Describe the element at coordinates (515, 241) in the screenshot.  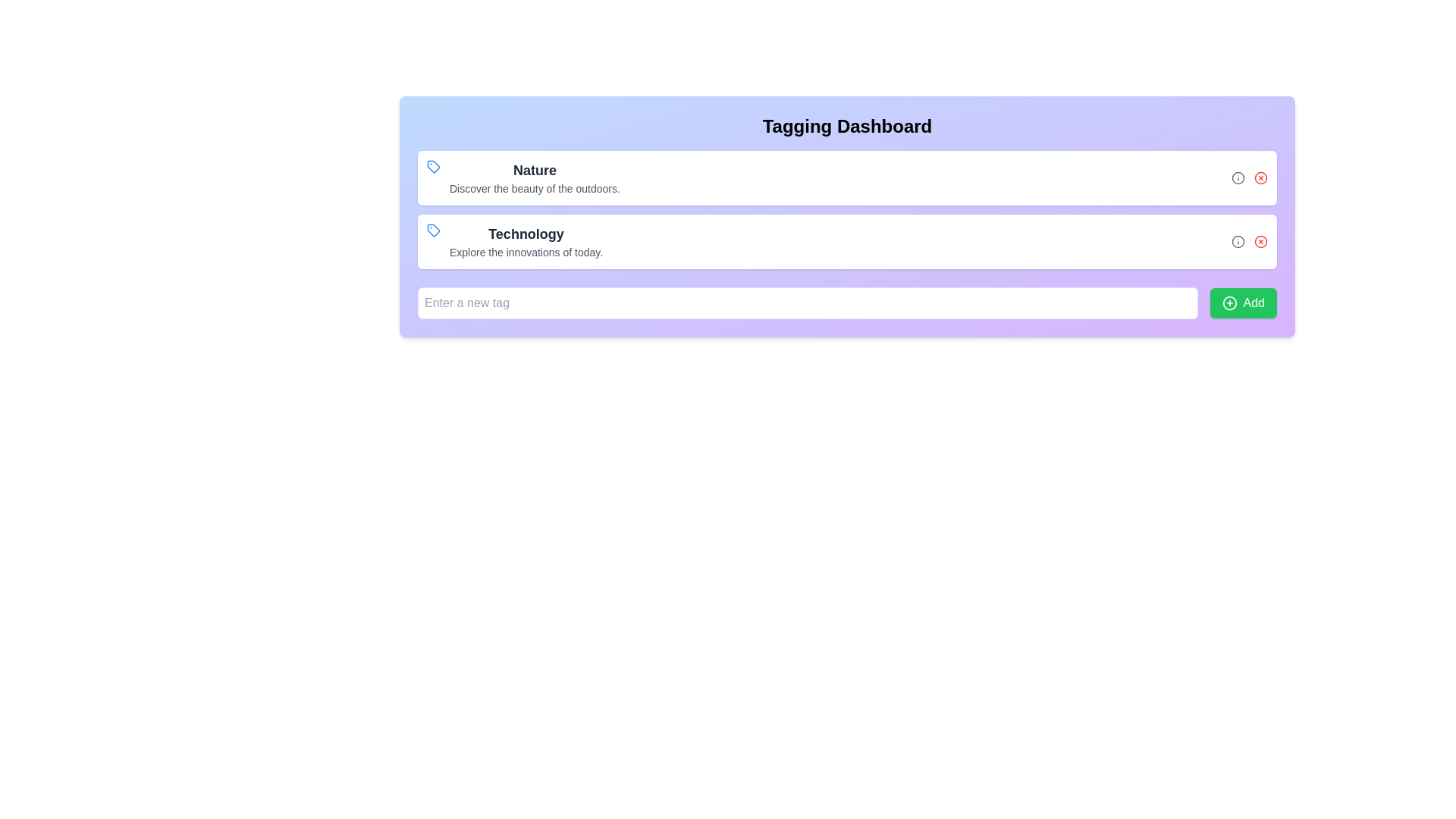
I see `text displayed in the 'Technology' tag element, which is the second item in the vertical list within the 'Tagging Dashboard' section` at that location.